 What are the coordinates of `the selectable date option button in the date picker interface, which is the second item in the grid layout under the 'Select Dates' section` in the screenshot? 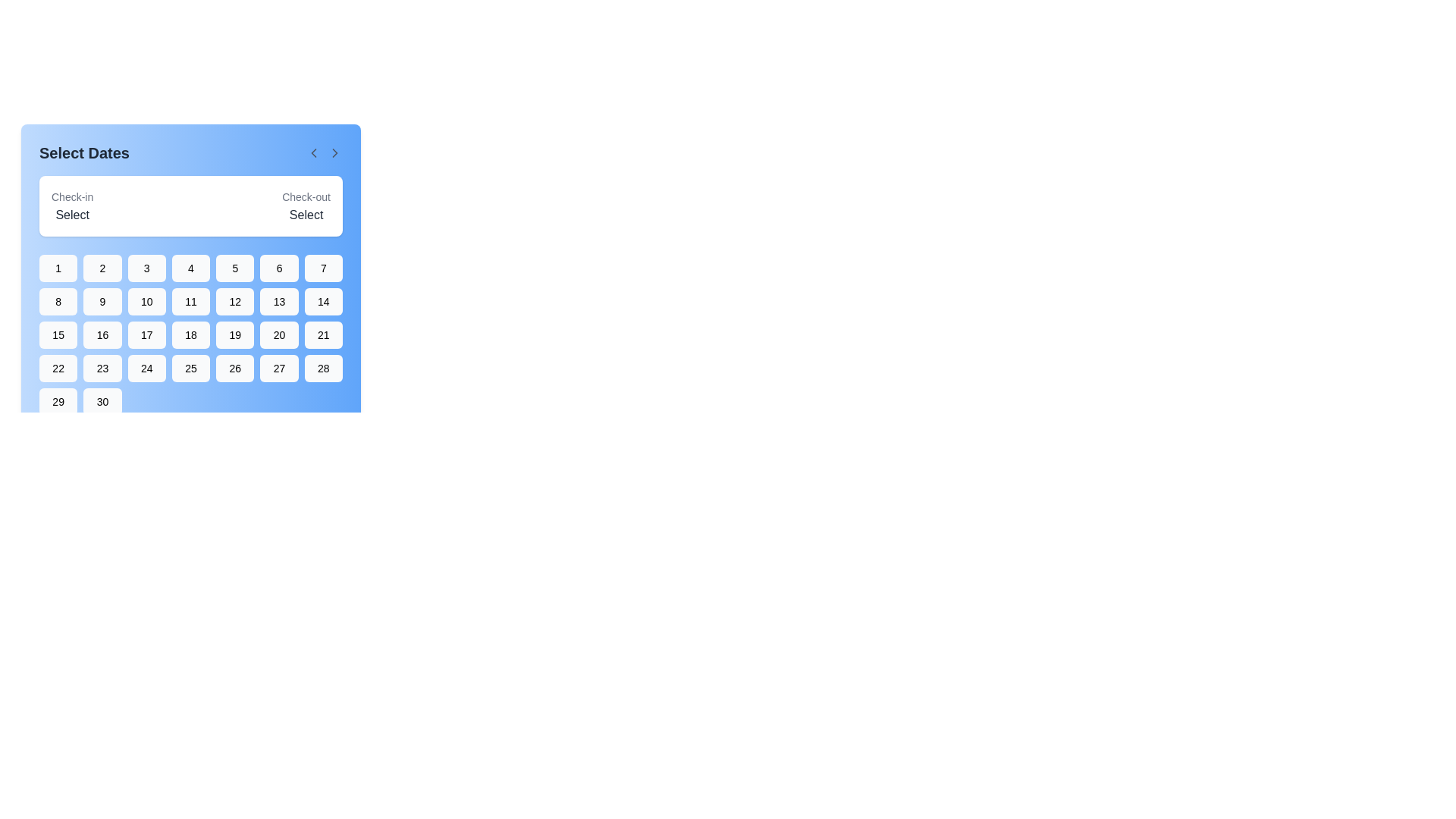 It's located at (102, 268).